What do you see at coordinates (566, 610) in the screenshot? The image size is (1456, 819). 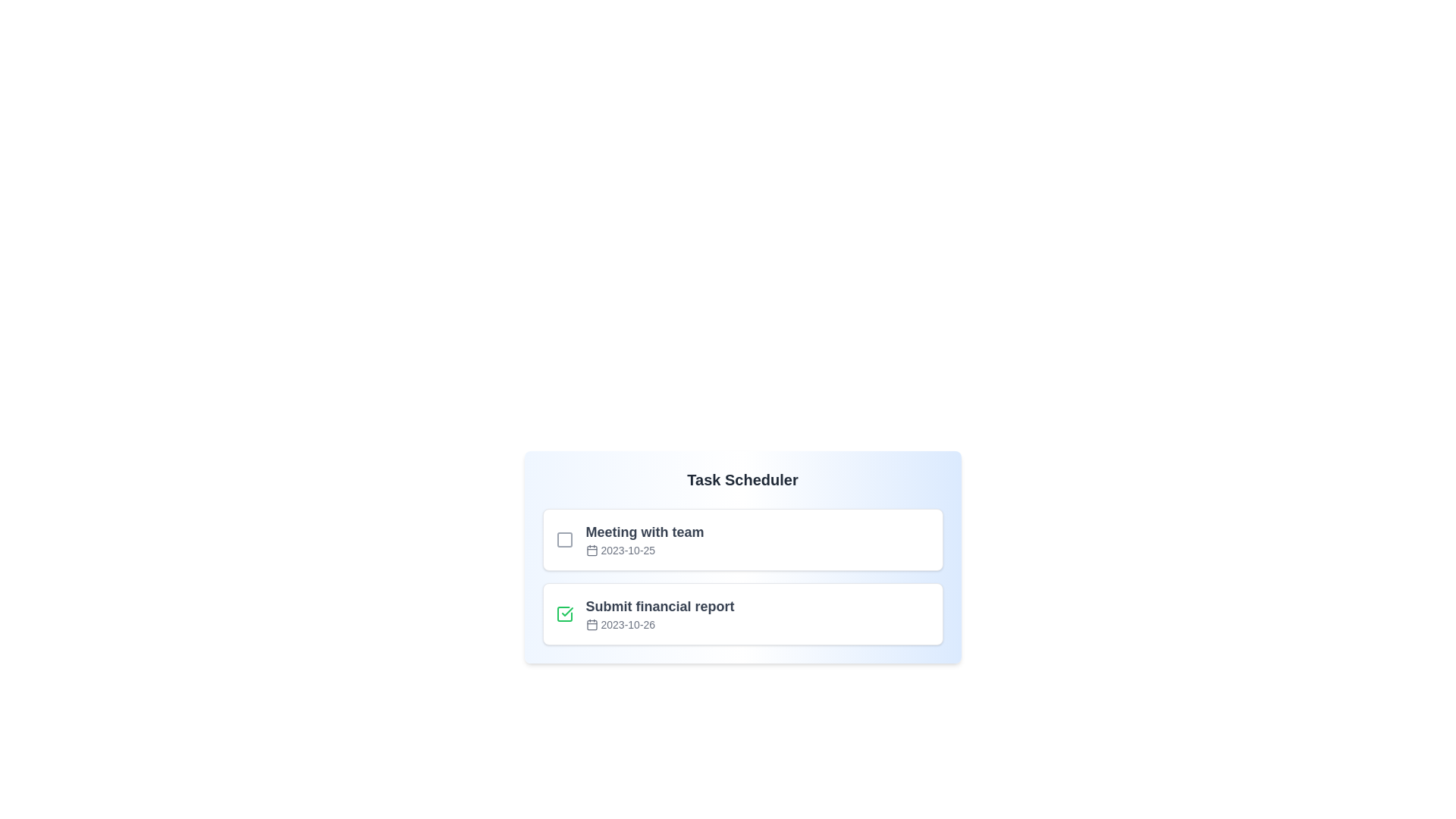 I see `the checkmark icon indicating the completion of the task 'Submit financial report' in the Task Scheduler list` at bounding box center [566, 610].